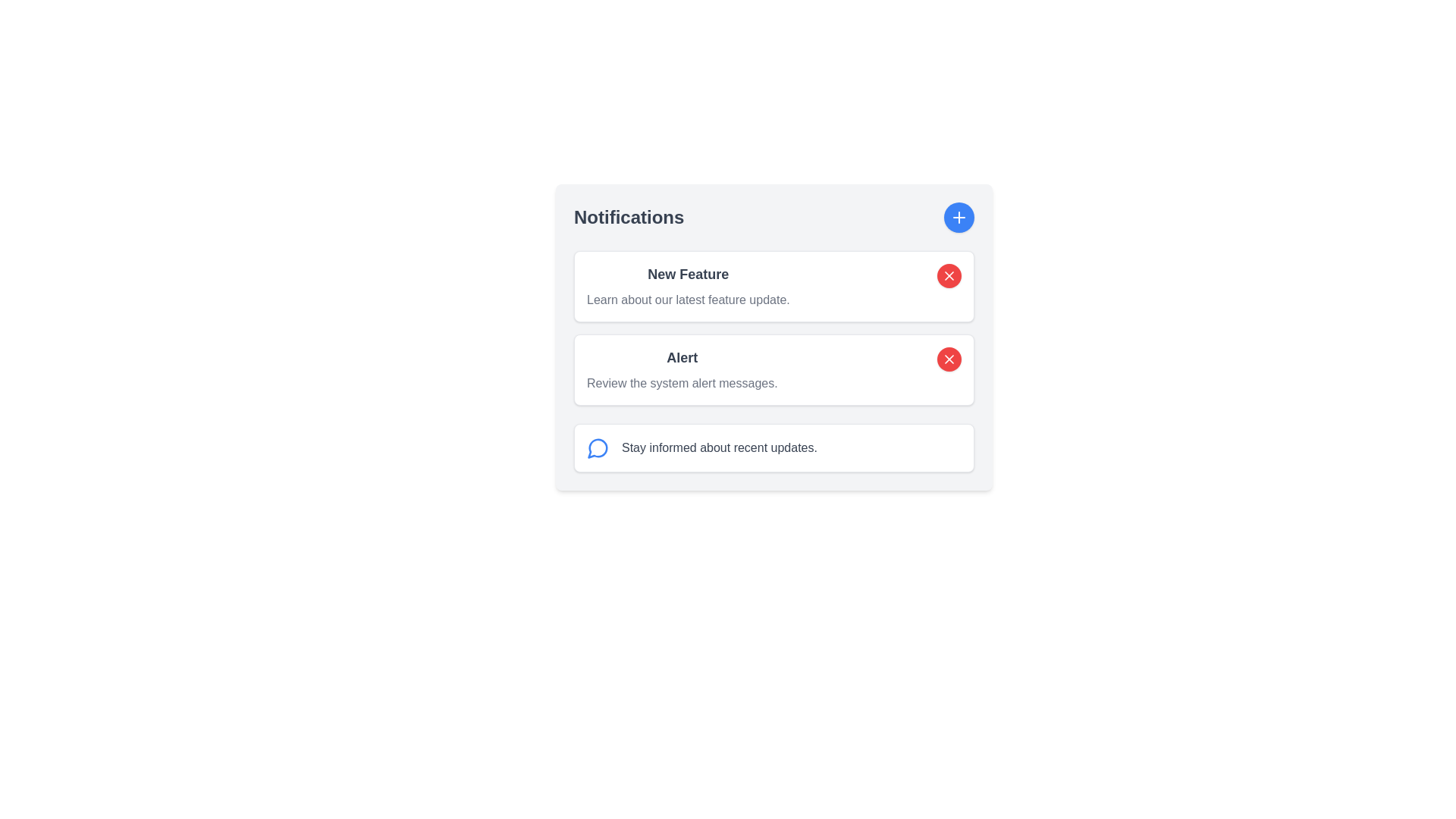  I want to click on the circular red button with a white 'X' icon located on the right side of the 'Alert' section in the second notification card, so click(949, 359).